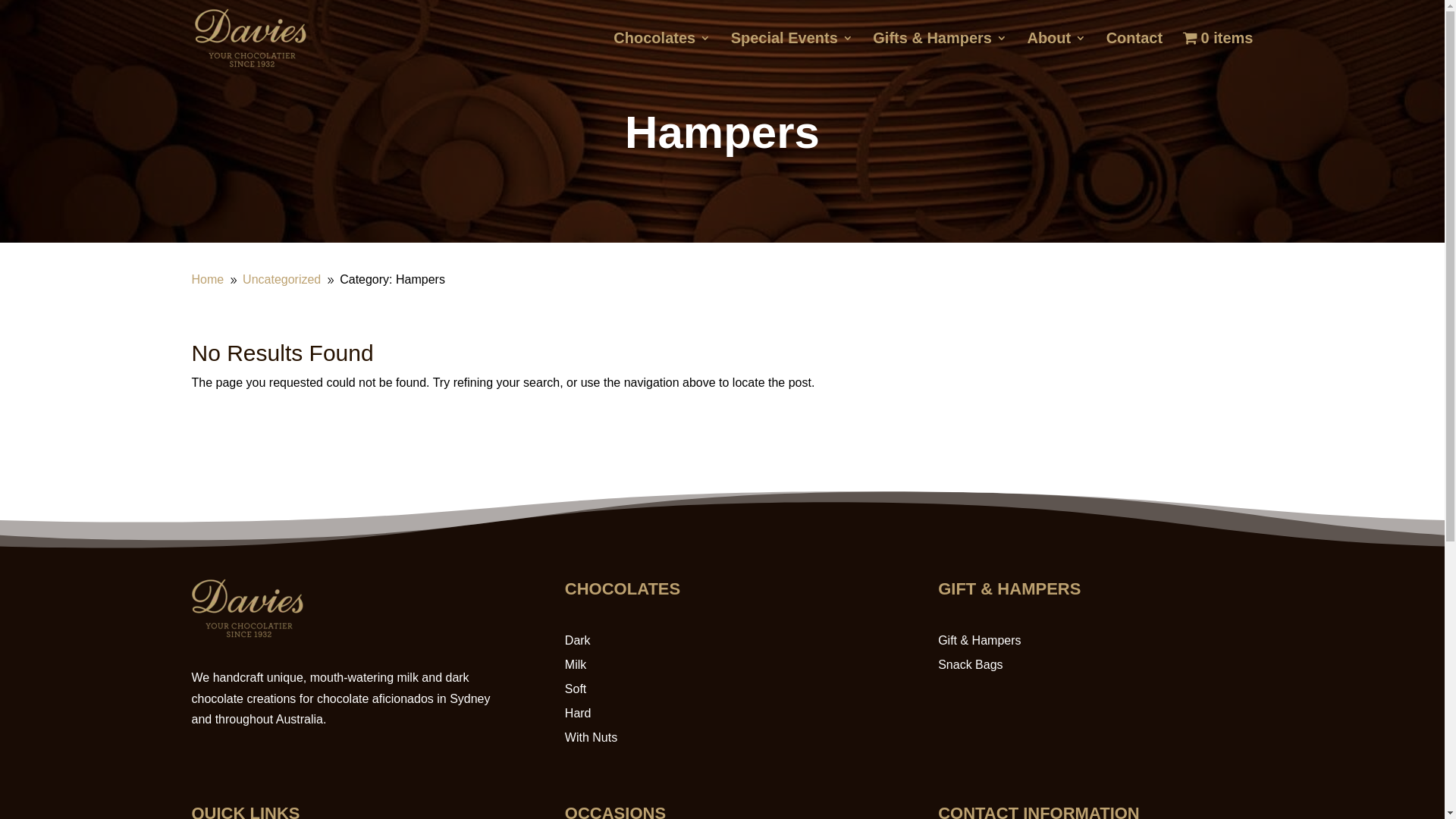  What do you see at coordinates (979, 640) in the screenshot?
I see `'Gift & Hampers'` at bounding box center [979, 640].